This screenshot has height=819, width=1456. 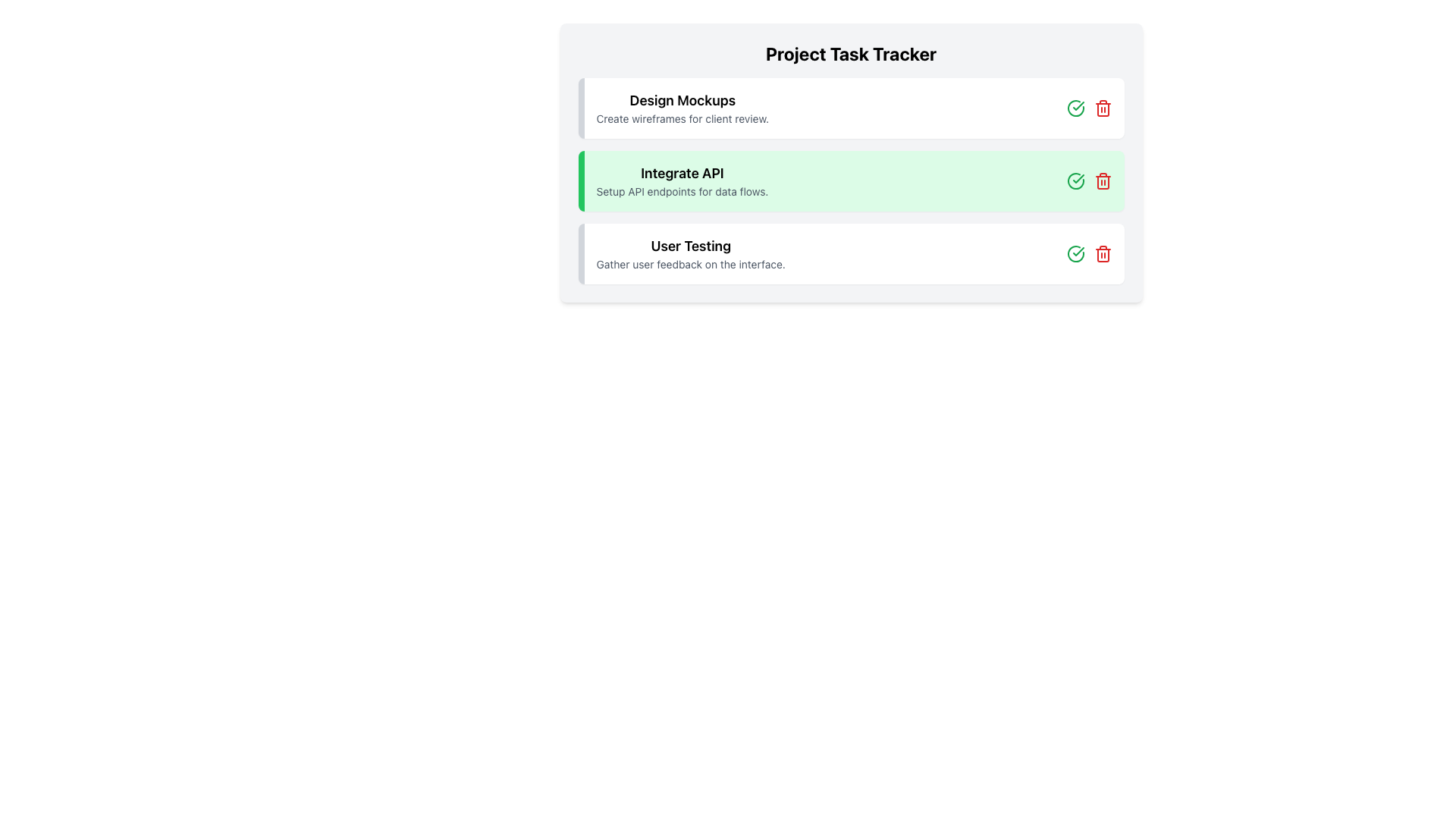 What do you see at coordinates (690, 263) in the screenshot?
I see `descriptive text label 'Gather user feedback on the interface.' located below the 'User Testing' header` at bounding box center [690, 263].